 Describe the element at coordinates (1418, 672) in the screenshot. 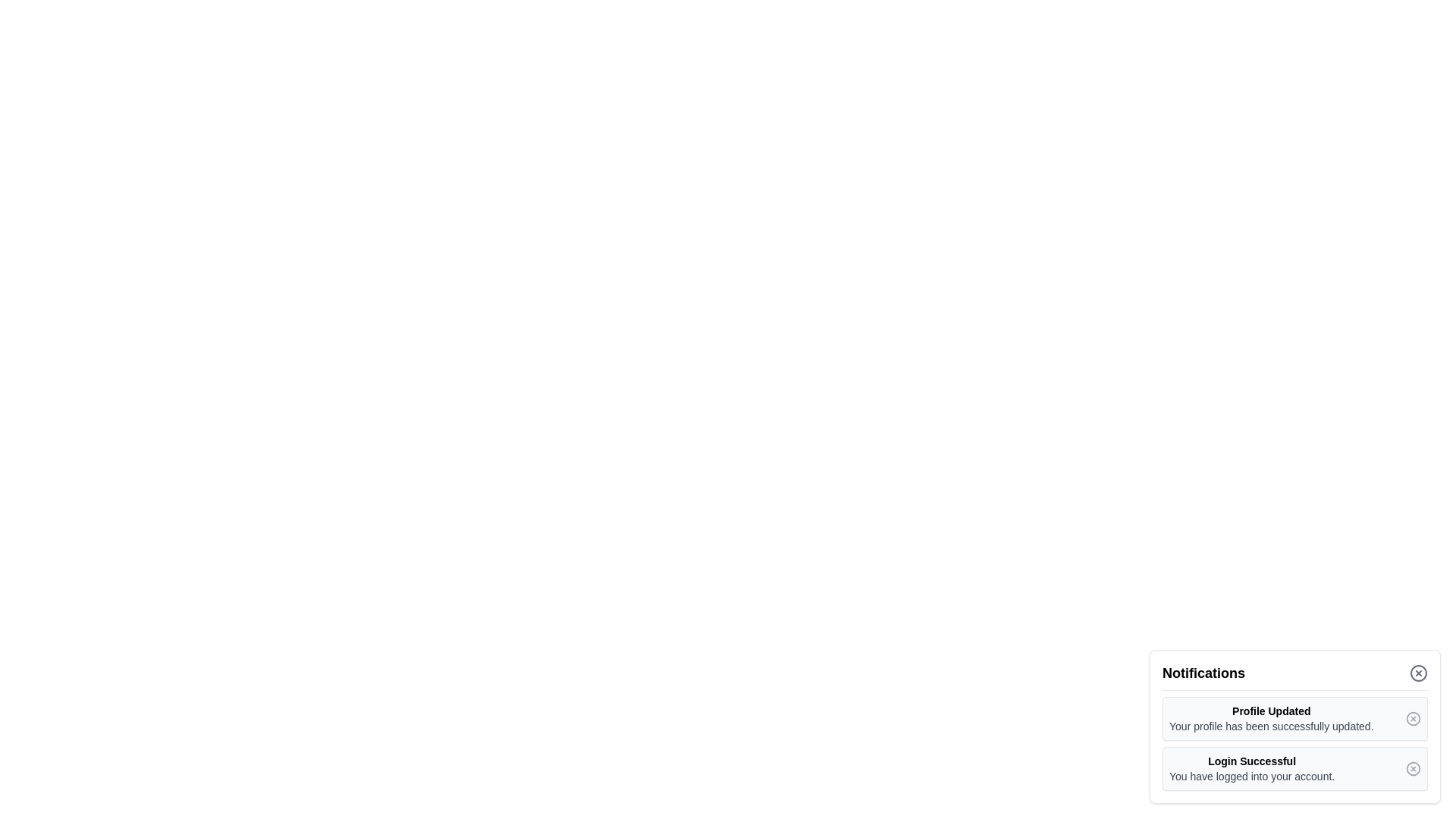

I see `the decorative circular boundary of the close button located at the top-right corner of the 'Notifications' panel to initiate the close action` at that location.